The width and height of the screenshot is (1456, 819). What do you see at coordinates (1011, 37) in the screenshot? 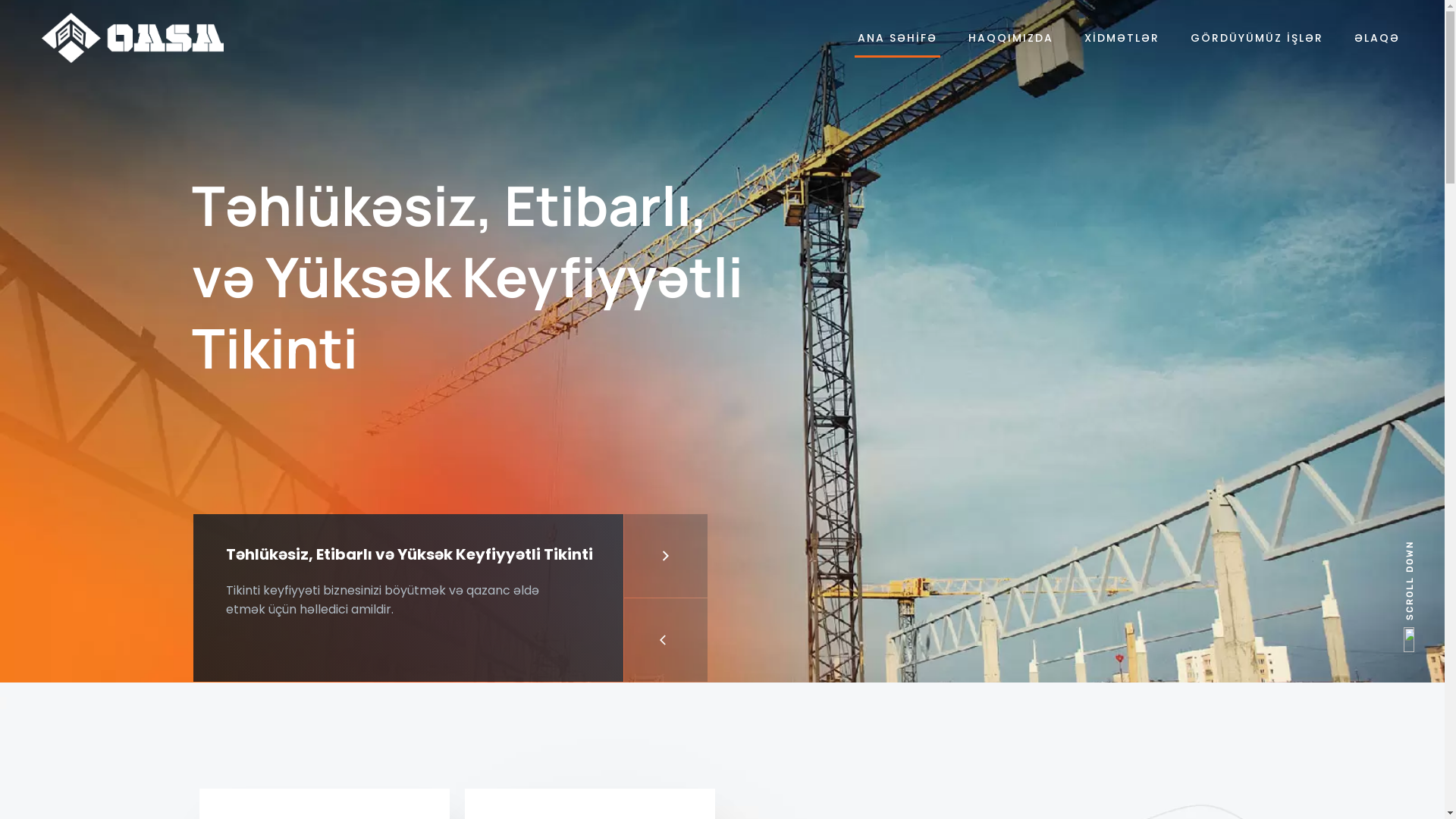
I see `'HAQQIMIZDA'` at bounding box center [1011, 37].